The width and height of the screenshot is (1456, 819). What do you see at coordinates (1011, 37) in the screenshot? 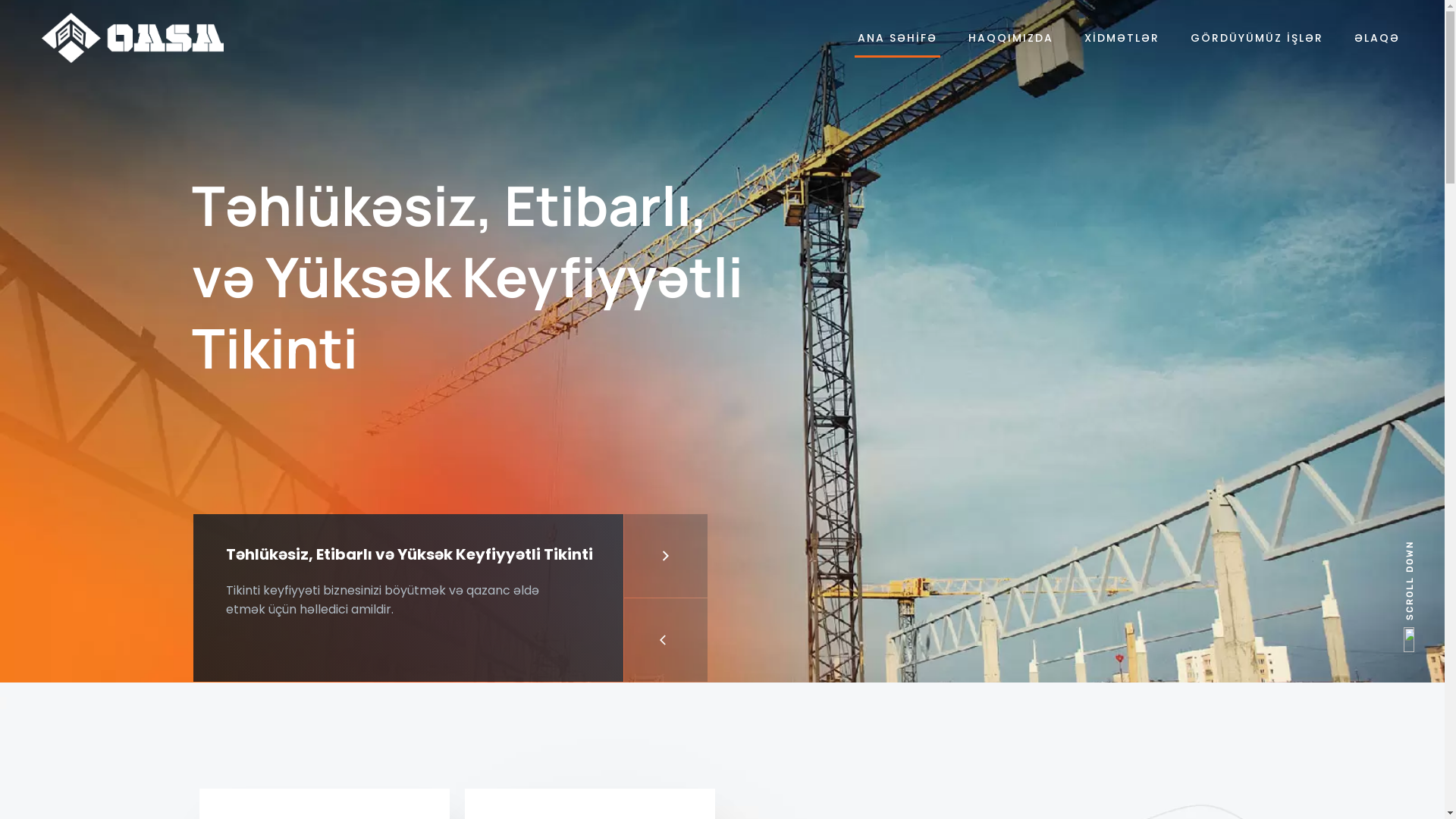
I see `'HAQQIMIZDA'` at bounding box center [1011, 37].